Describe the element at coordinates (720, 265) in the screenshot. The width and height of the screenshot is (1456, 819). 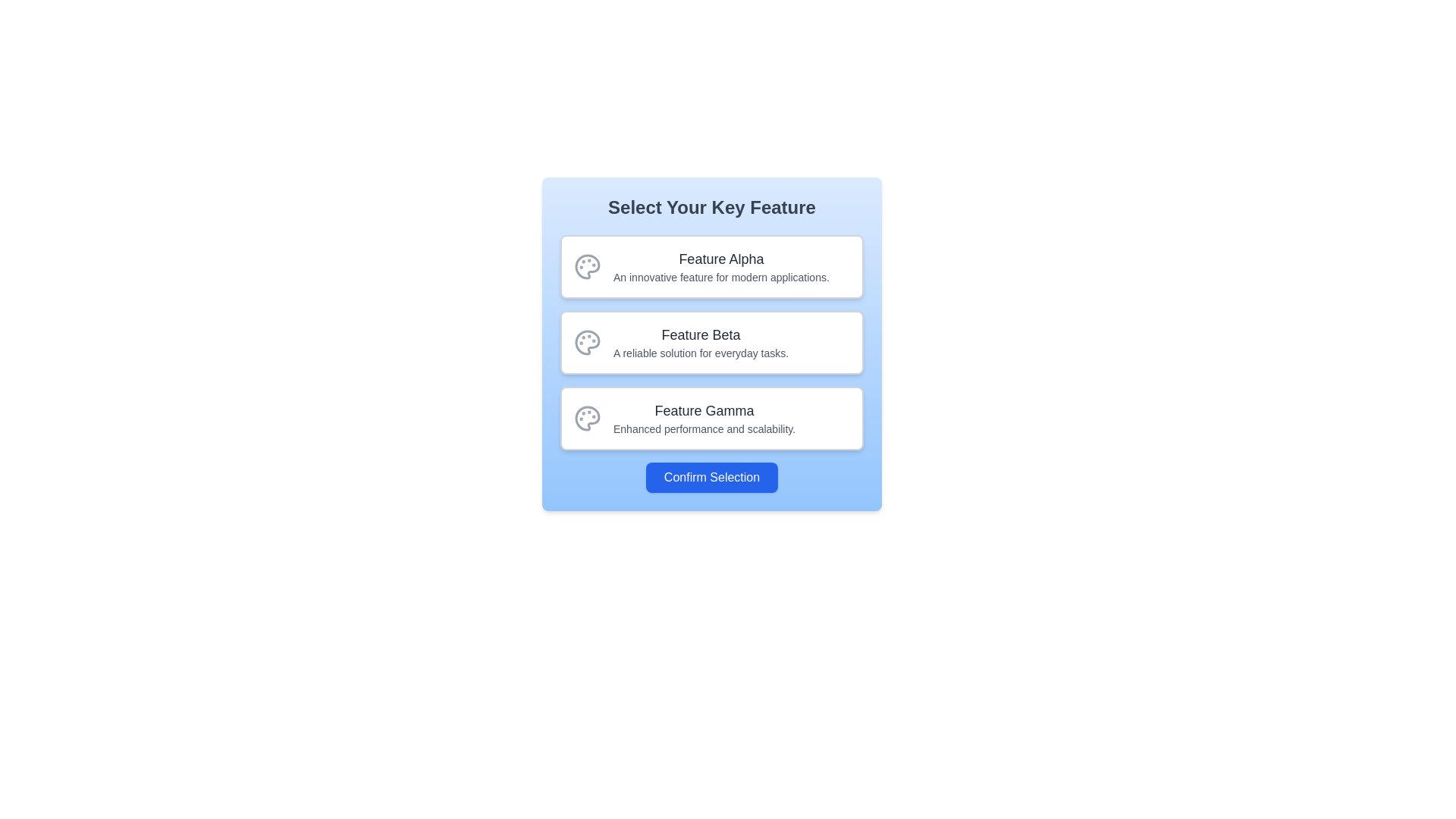
I see `the list item titled 'Feature Alpha'` at that location.